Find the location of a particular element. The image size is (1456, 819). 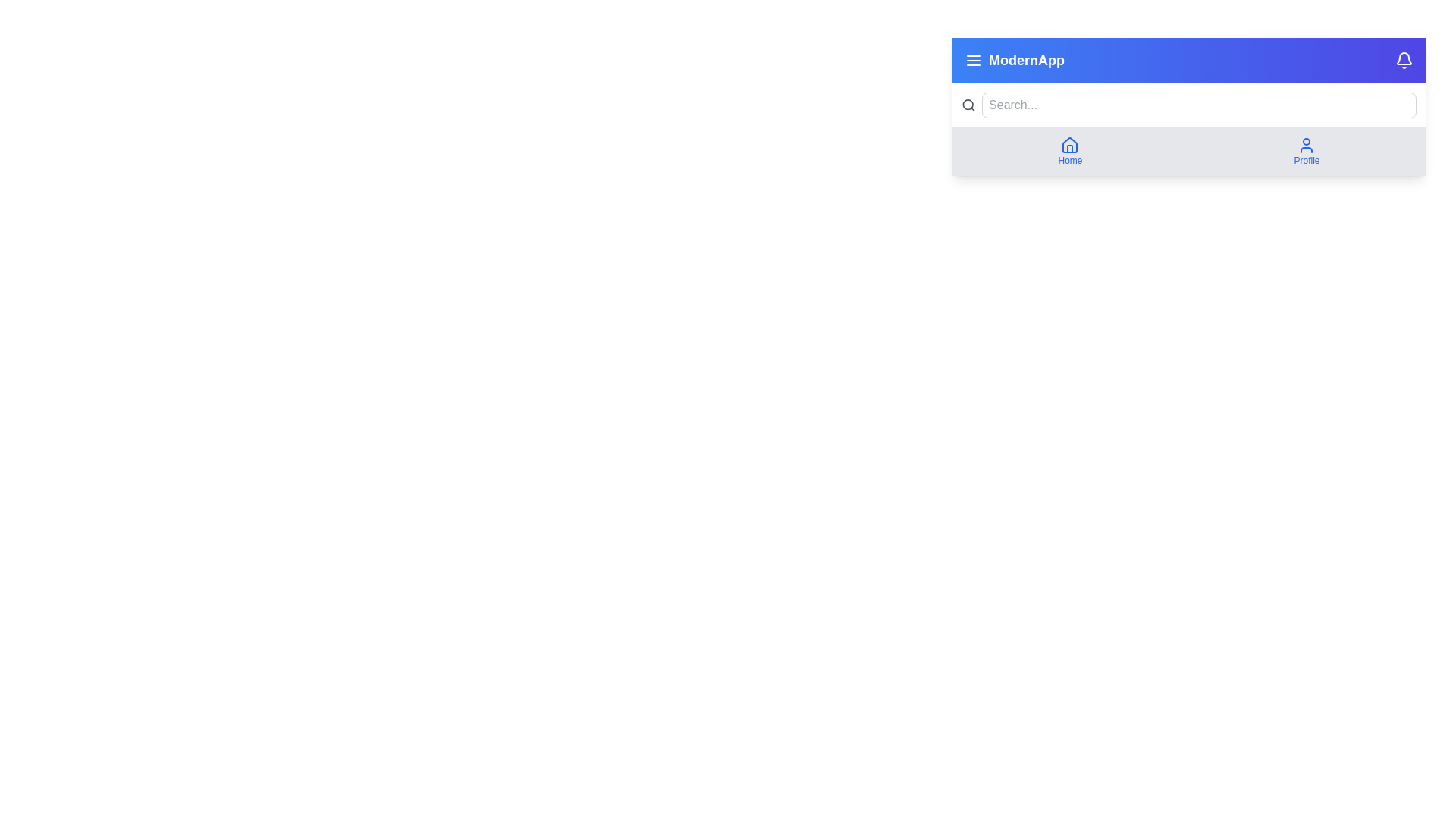

the 'Home' icon in the navigation panel is located at coordinates (1069, 146).